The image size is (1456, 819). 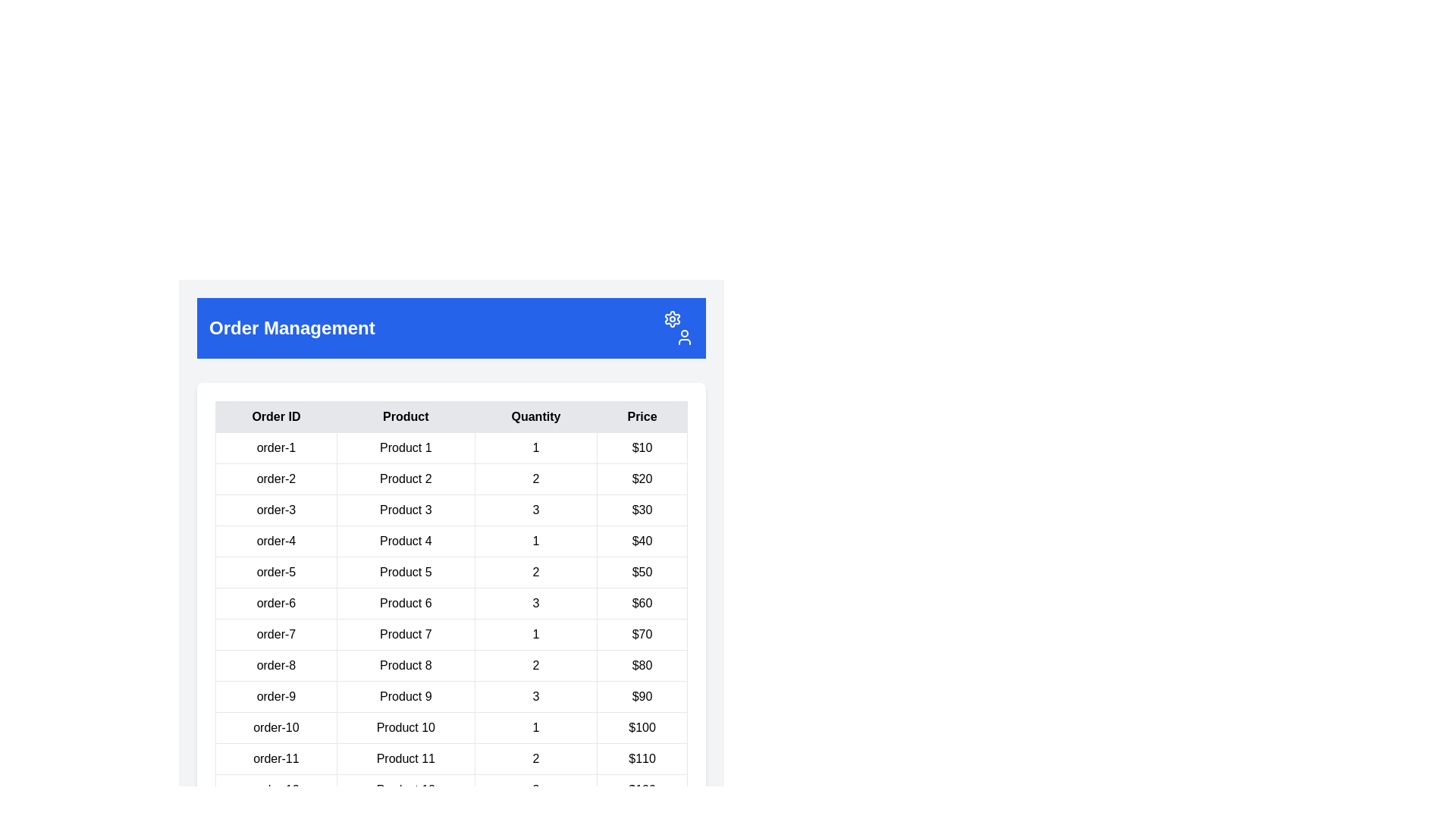 What do you see at coordinates (276, 447) in the screenshot?
I see `the first cell in the 'Order ID' column of the table` at bounding box center [276, 447].